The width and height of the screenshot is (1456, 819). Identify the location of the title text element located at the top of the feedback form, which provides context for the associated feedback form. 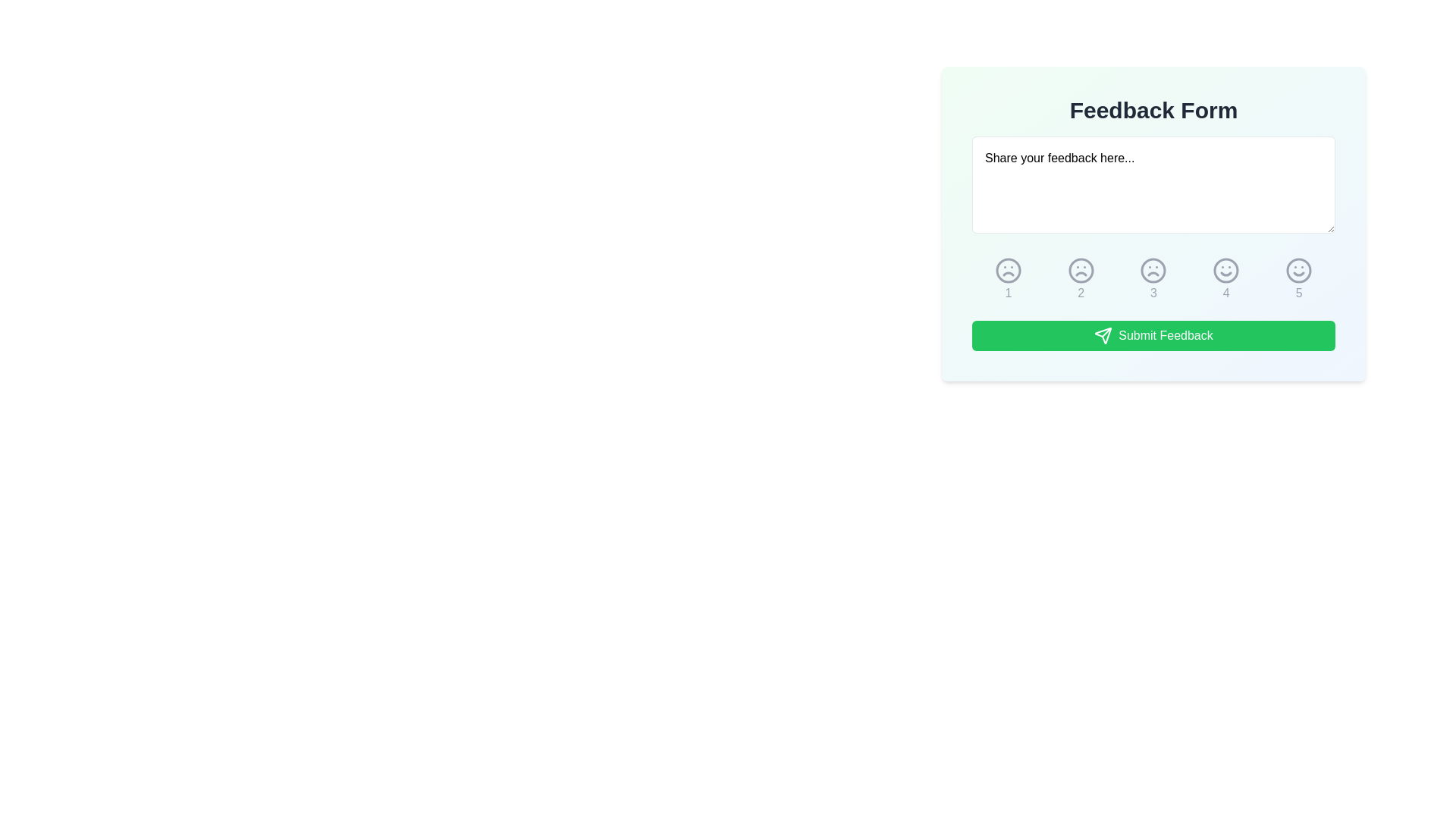
(1153, 110).